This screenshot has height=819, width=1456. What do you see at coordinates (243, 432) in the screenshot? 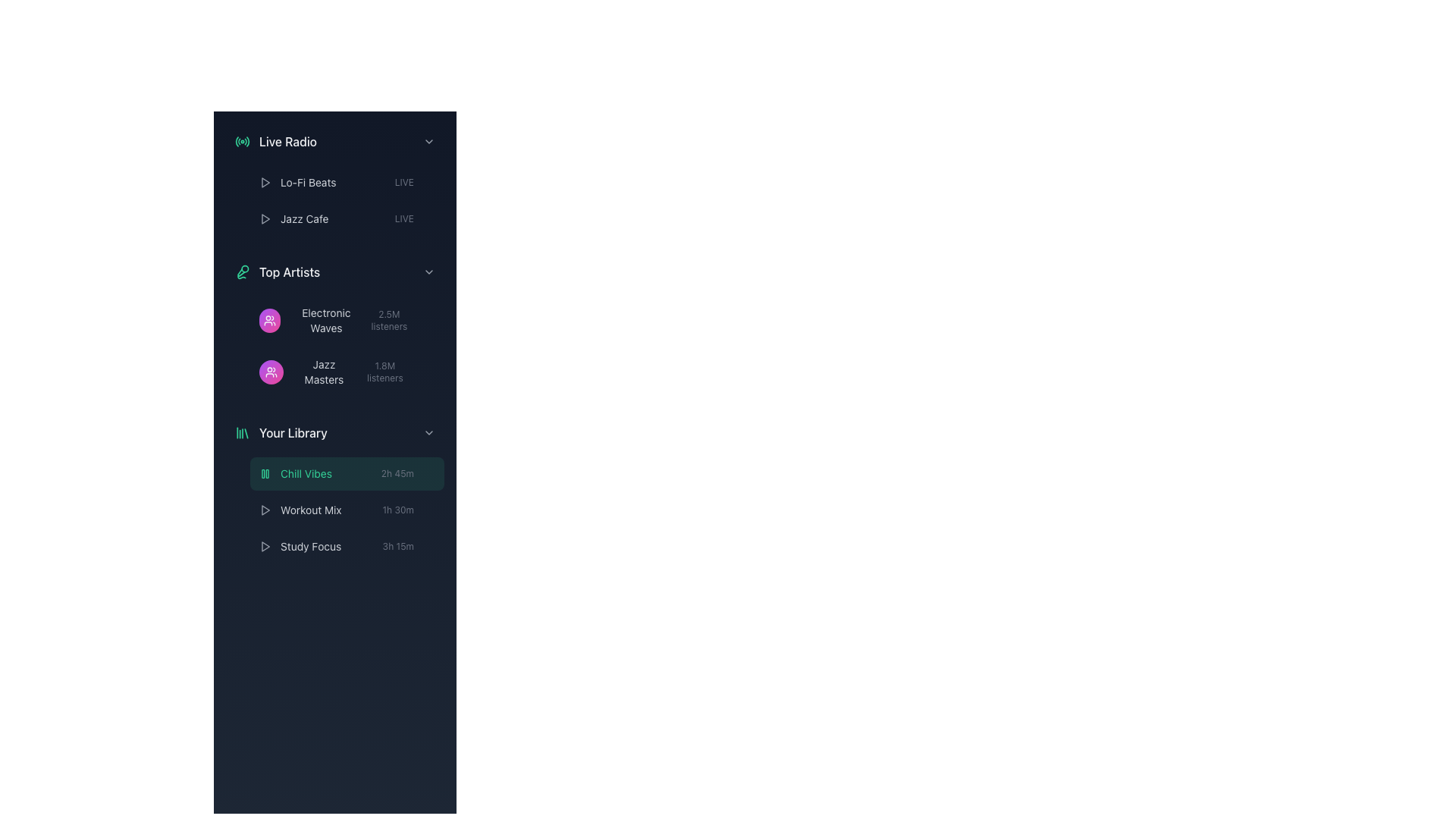
I see `the emerald green bookshelf icon located to the left of the 'Your Library' text` at bounding box center [243, 432].